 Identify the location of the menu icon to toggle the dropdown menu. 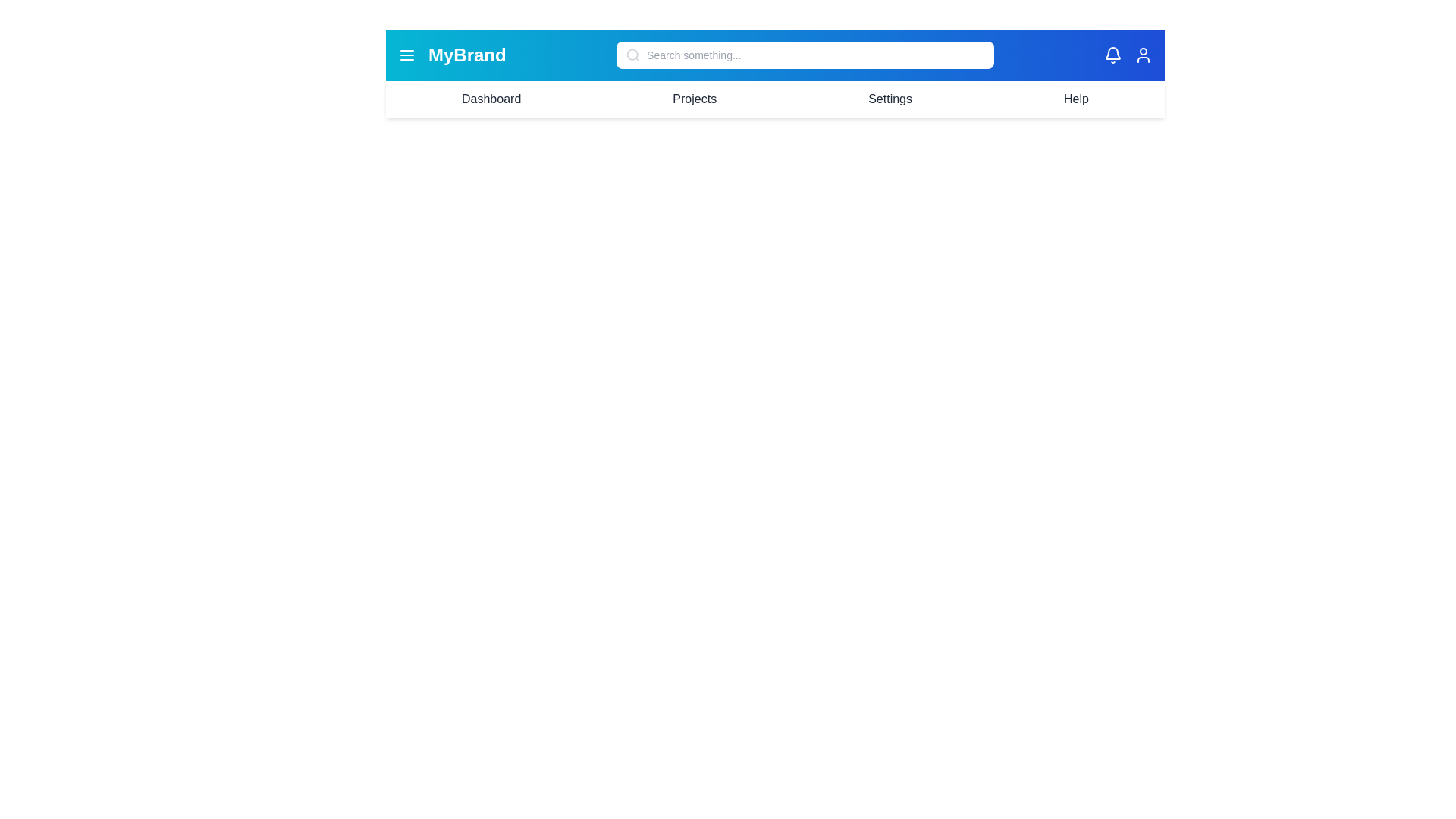
(407, 55).